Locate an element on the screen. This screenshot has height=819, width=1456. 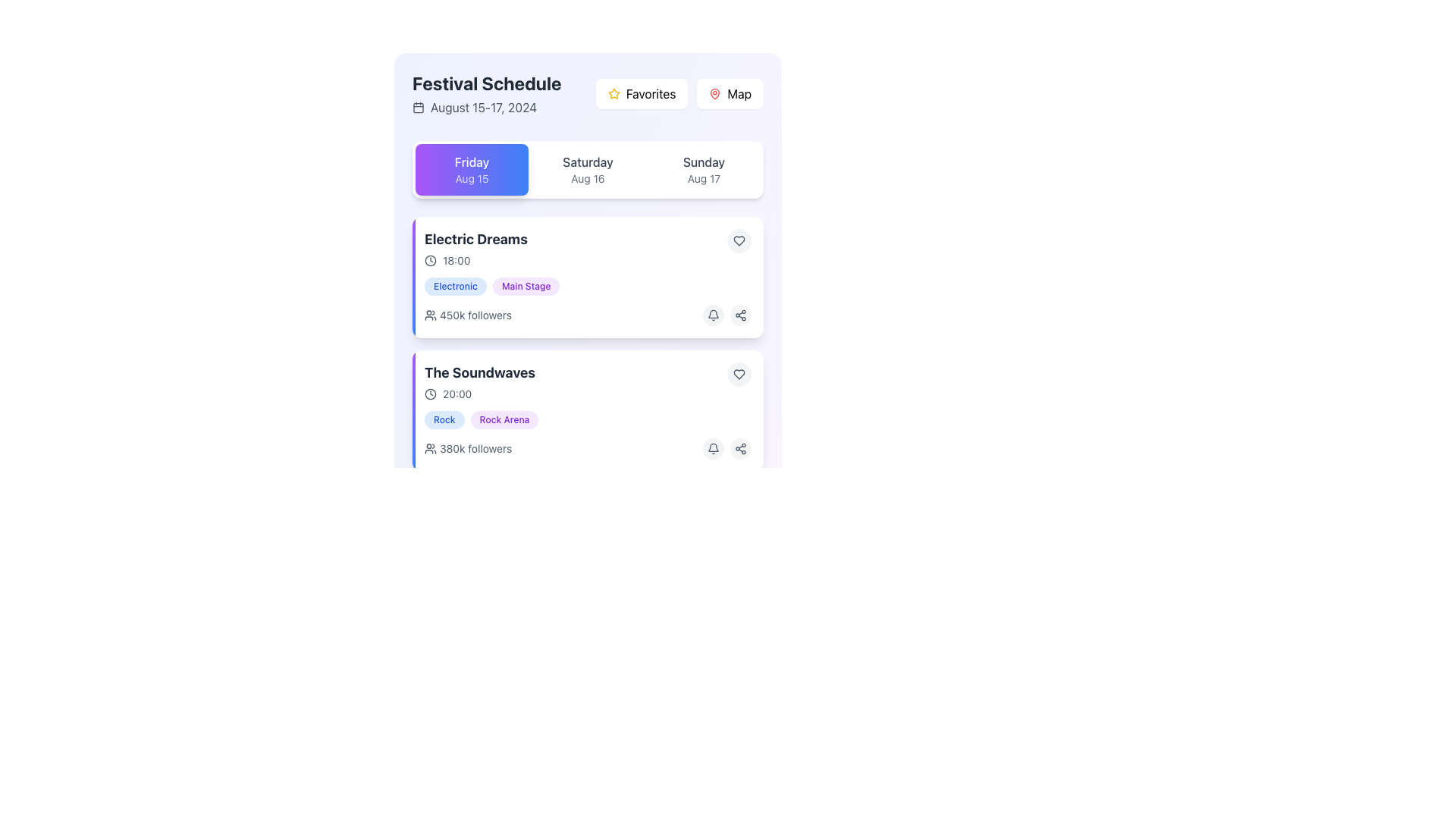
text label displaying 'Saturday' which is positioned at the top of the card for the day in the schedule, above the text 'Aug 16' is located at coordinates (587, 162).